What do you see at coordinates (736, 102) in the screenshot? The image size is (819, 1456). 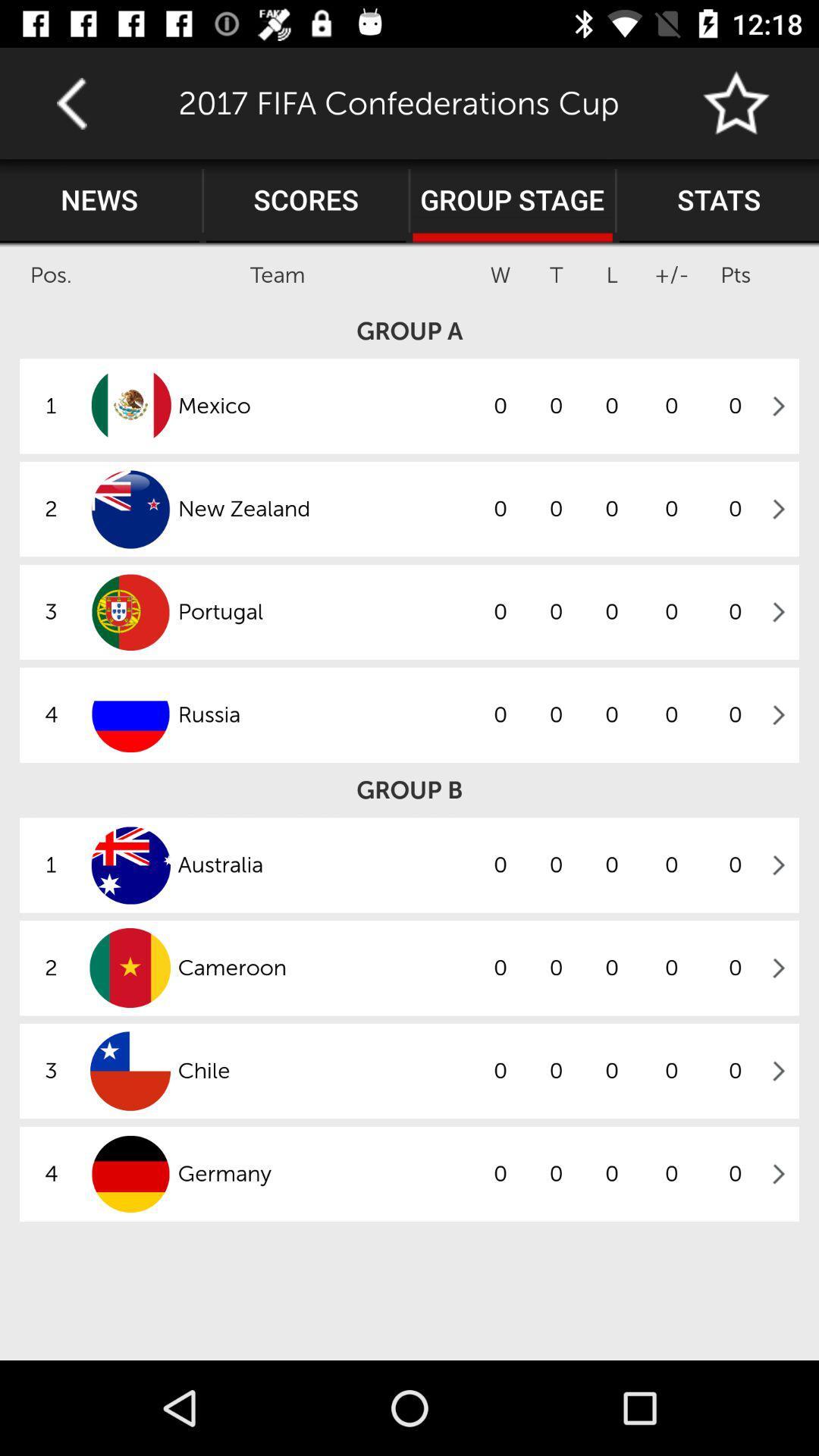 I see `favorite` at bounding box center [736, 102].